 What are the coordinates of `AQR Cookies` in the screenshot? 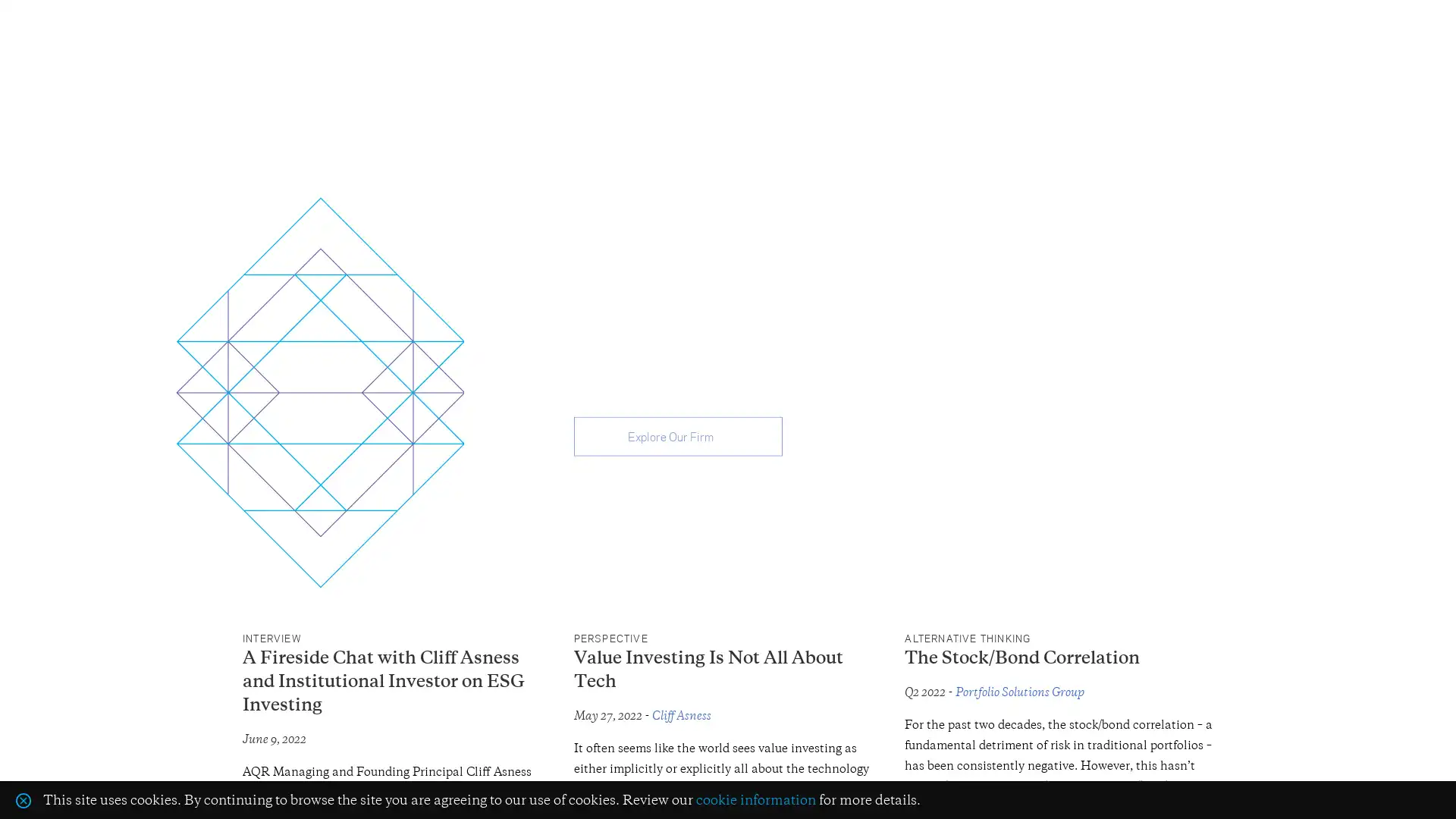 It's located at (23, 799).